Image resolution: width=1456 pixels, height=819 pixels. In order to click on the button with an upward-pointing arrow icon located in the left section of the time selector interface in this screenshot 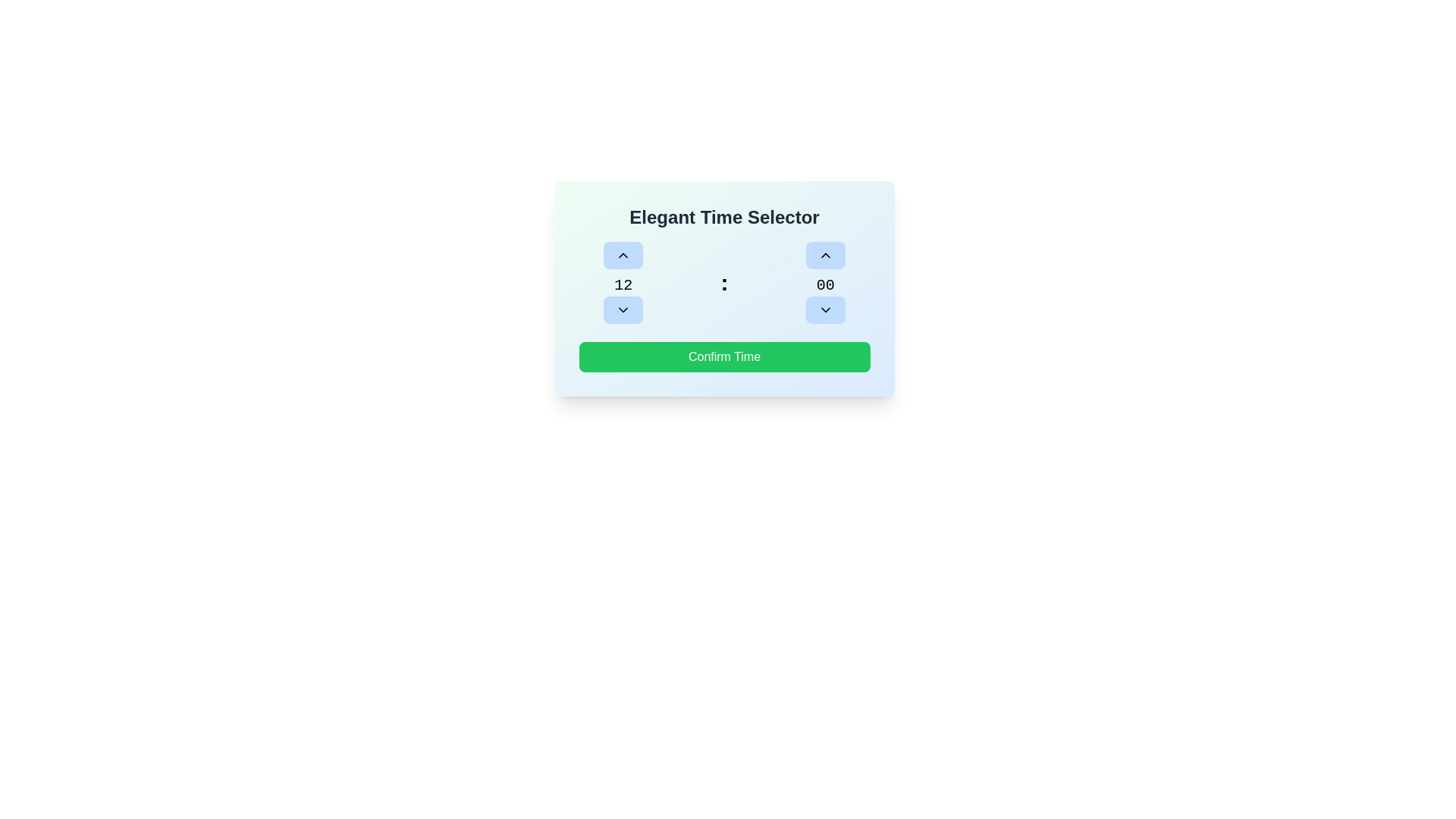, I will do `click(623, 254)`.